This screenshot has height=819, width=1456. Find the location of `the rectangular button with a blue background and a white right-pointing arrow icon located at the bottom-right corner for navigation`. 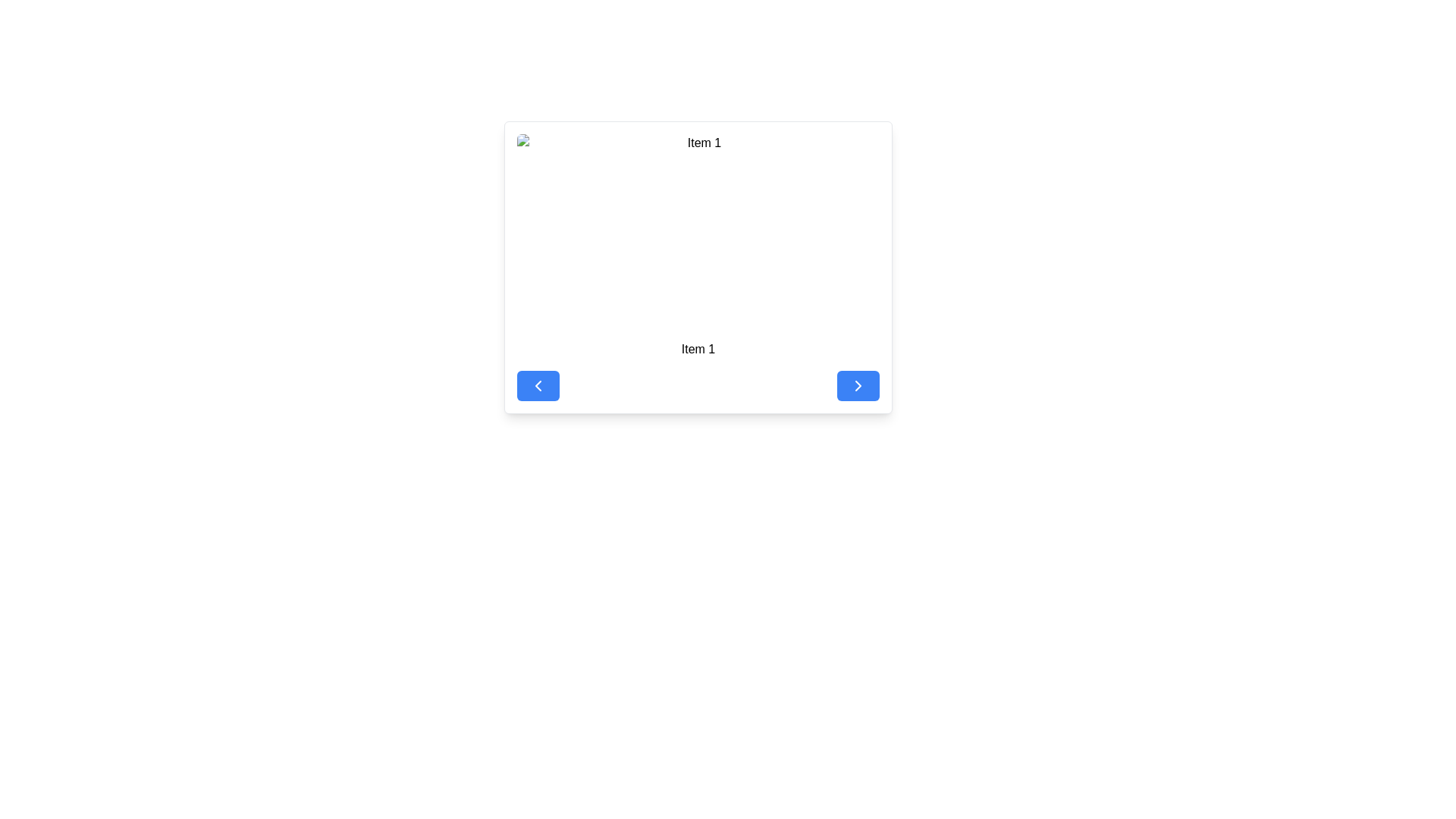

the rectangular button with a blue background and a white right-pointing arrow icon located at the bottom-right corner for navigation is located at coordinates (858, 385).